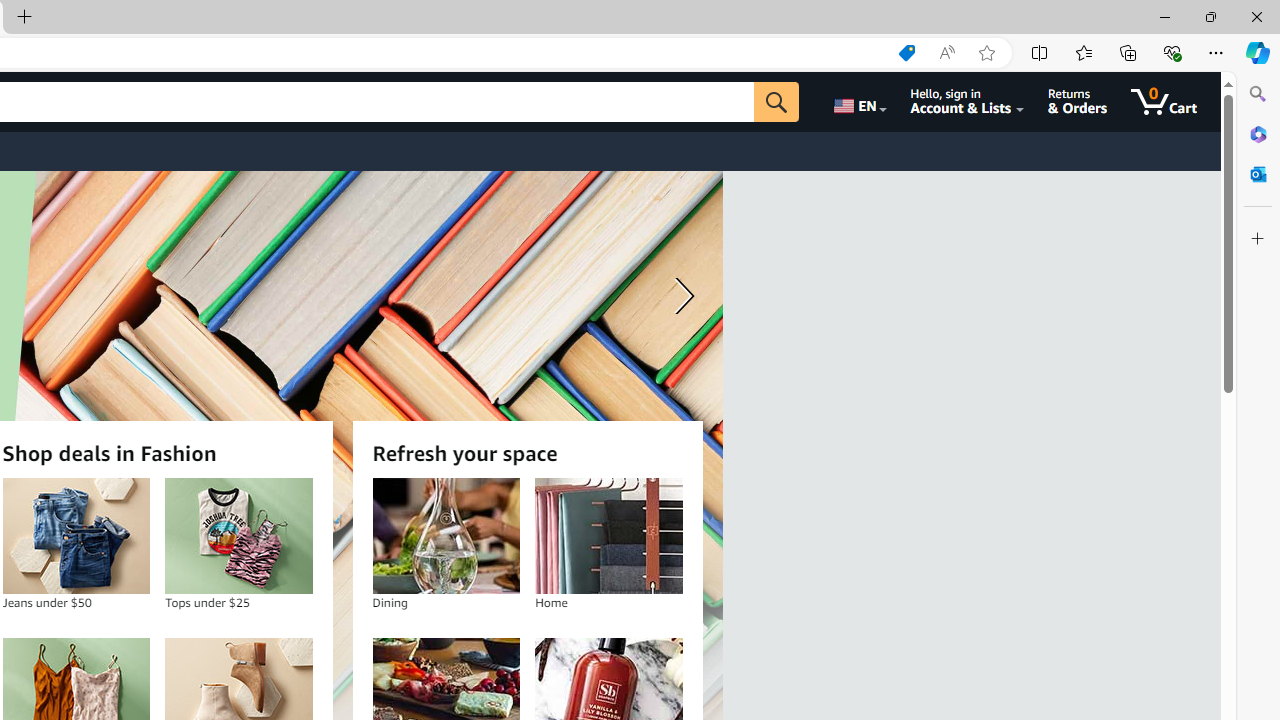 The height and width of the screenshot is (720, 1280). Describe the element at coordinates (858, 101) in the screenshot. I see `'Choose a language for shopping.'` at that location.